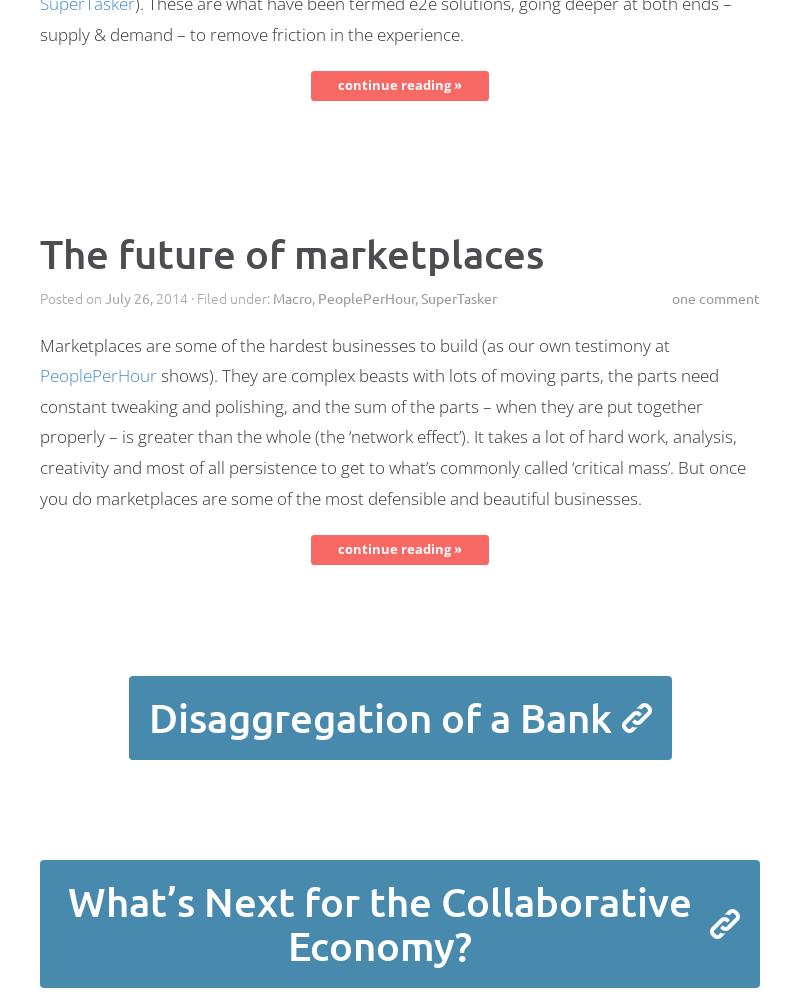  I want to click on '2014 · Filed under:', so click(212, 296).